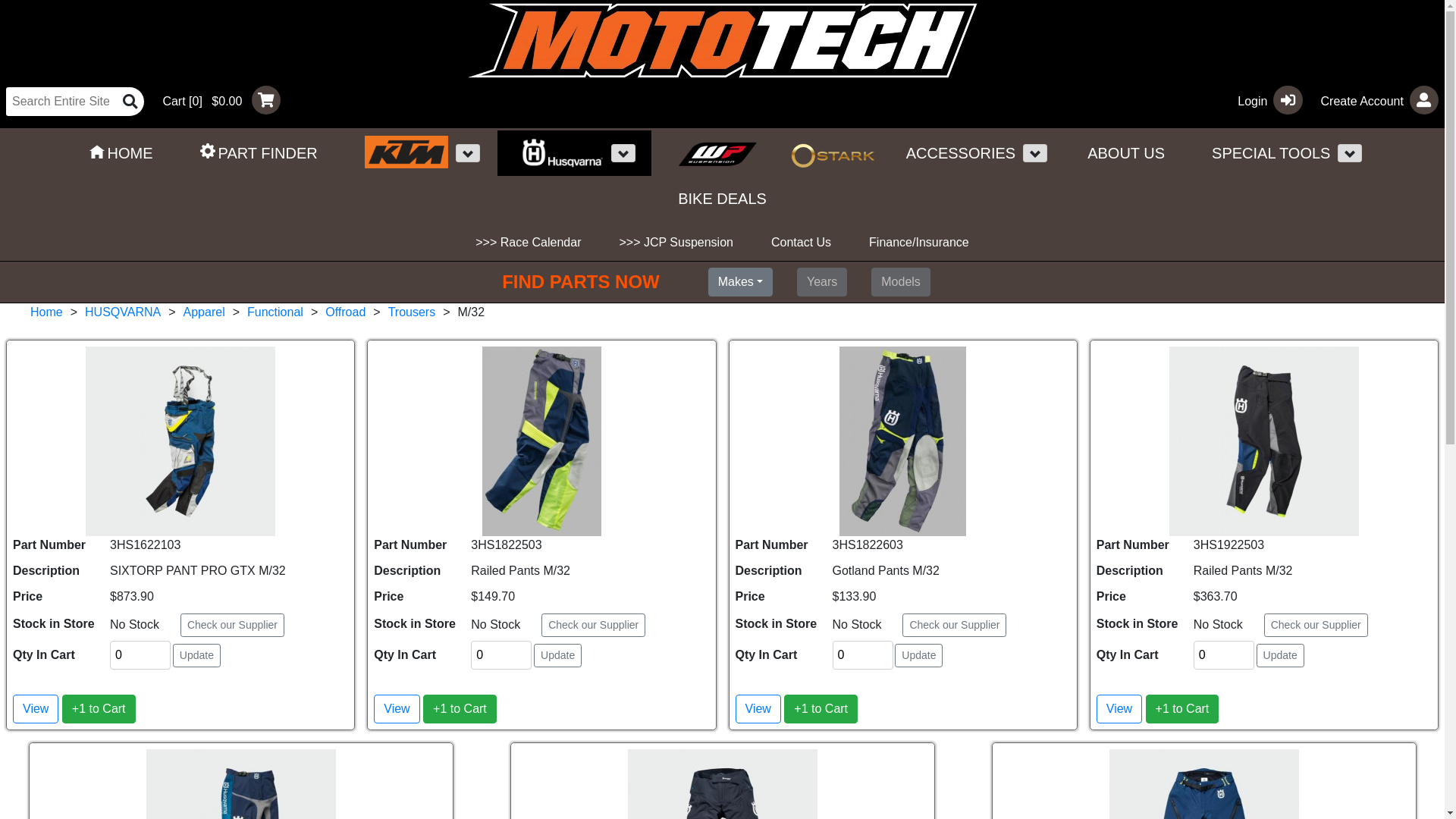 This screenshot has width=1456, height=819. What do you see at coordinates (952, 152) in the screenshot?
I see `'ACCESSORIES'` at bounding box center [952, 152].